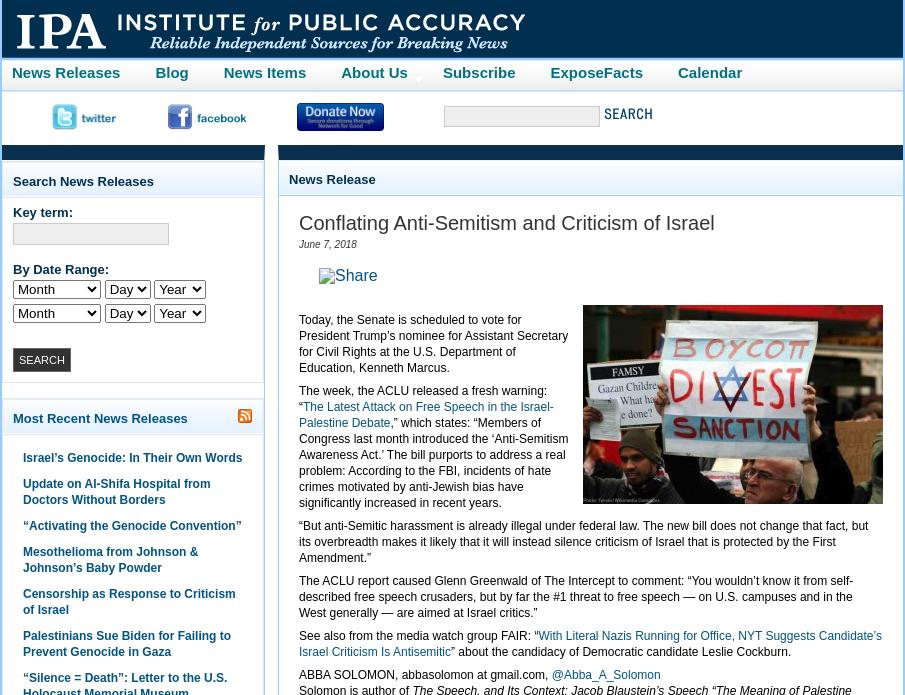 The image size is (905, 695). I want to click on 'The ACLU report caused Glenn Greenwald of The Intercept to comment: “You wouldn’t know it from self-described free speech crusaders, but by far the #1 threat to free speech — on U.S. campuses and in the West generally — are aimed at Israel critics.”', so click(576, 597).